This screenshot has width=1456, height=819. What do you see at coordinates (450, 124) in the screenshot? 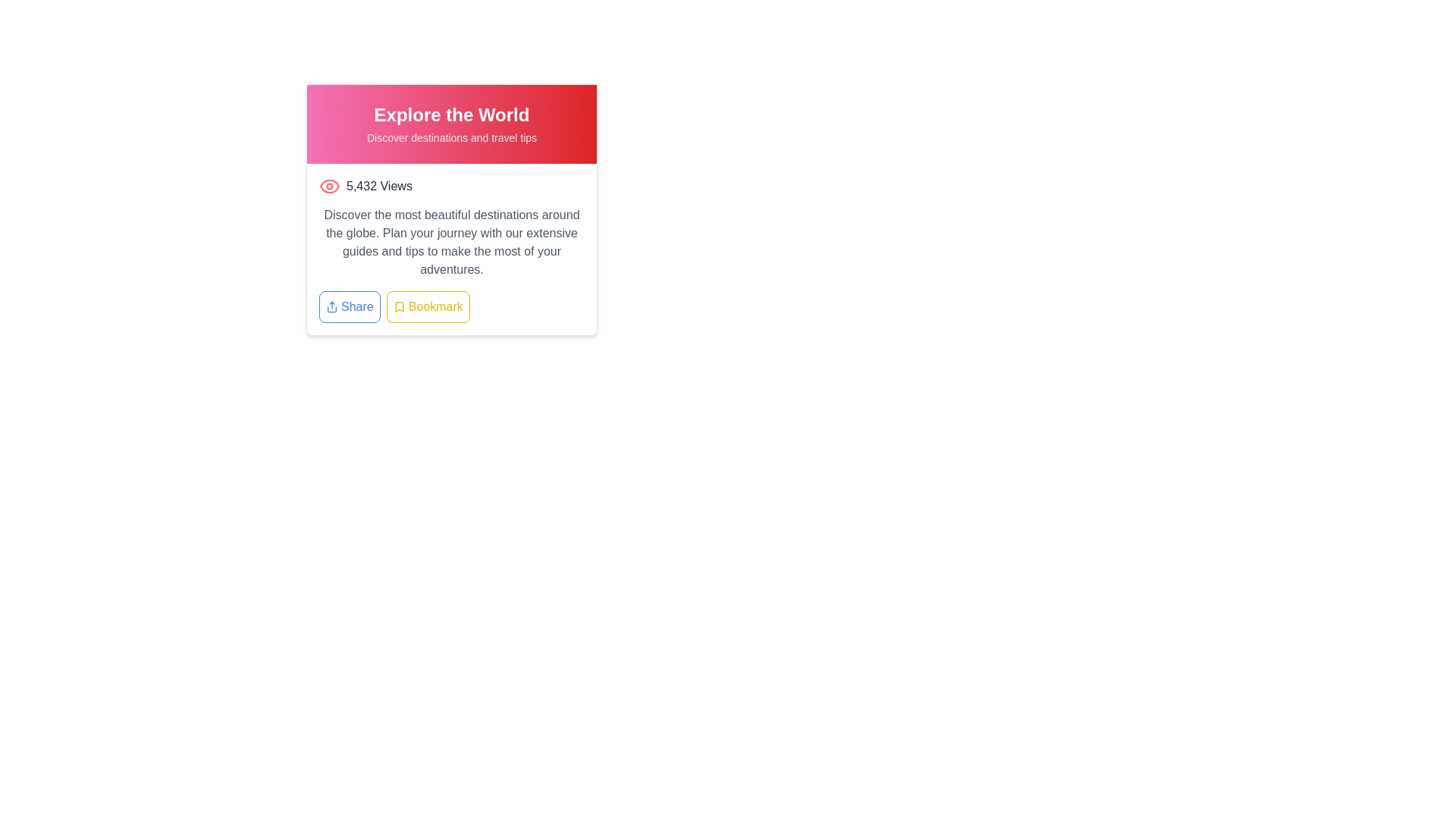
I see `the static decorative banner with text located at the top of the card structure, which serves to introduce the topic or theme of the content below` at bounding box center [450, 124].